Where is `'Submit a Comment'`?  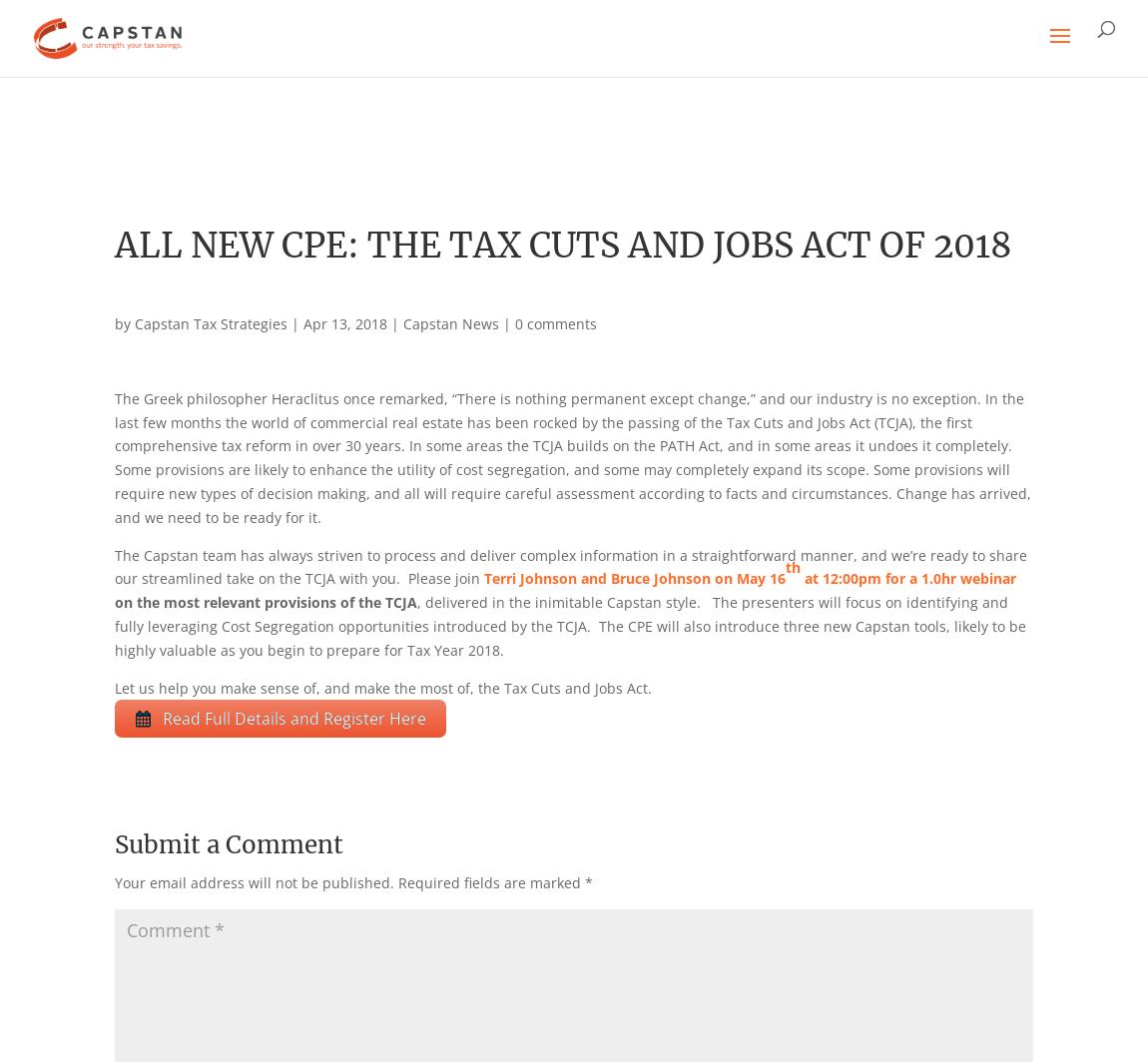 'Submit a Comment' is located at coordinates (228, 844).